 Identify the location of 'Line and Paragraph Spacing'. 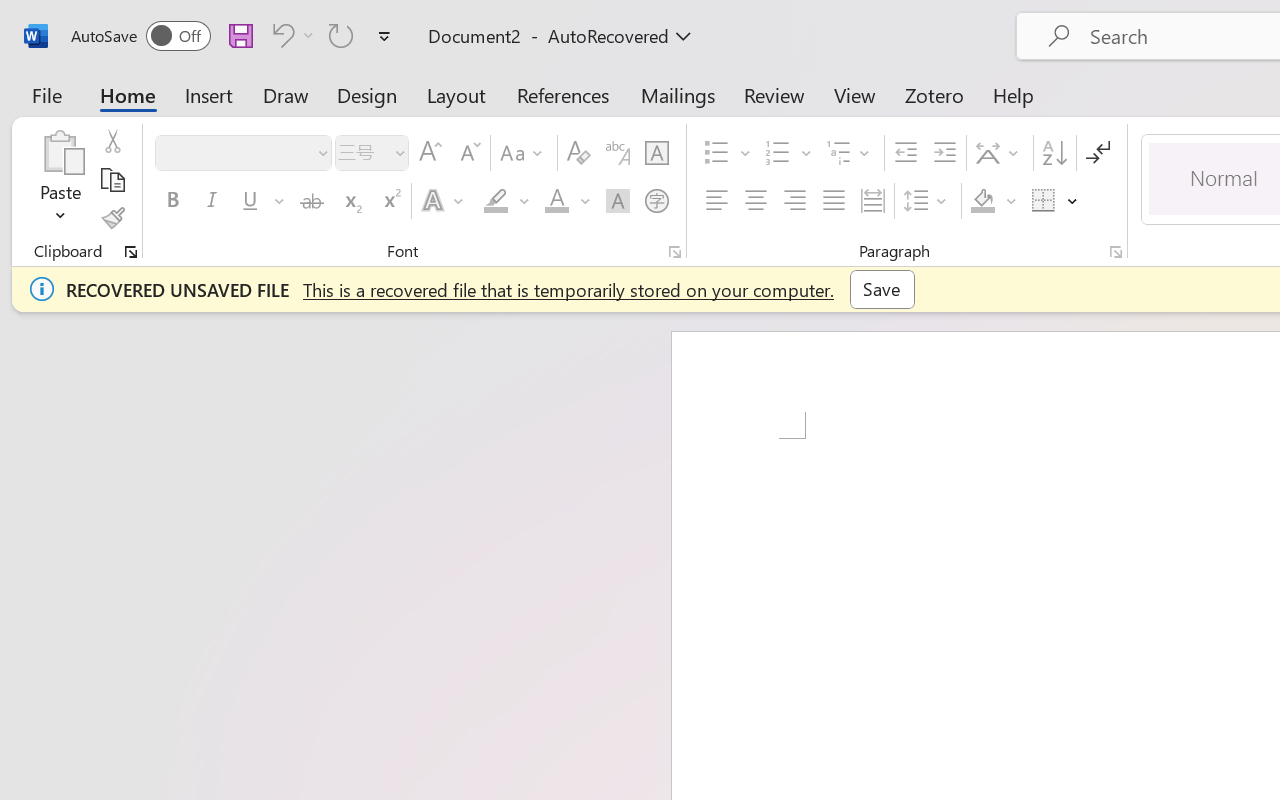
(927, 201).